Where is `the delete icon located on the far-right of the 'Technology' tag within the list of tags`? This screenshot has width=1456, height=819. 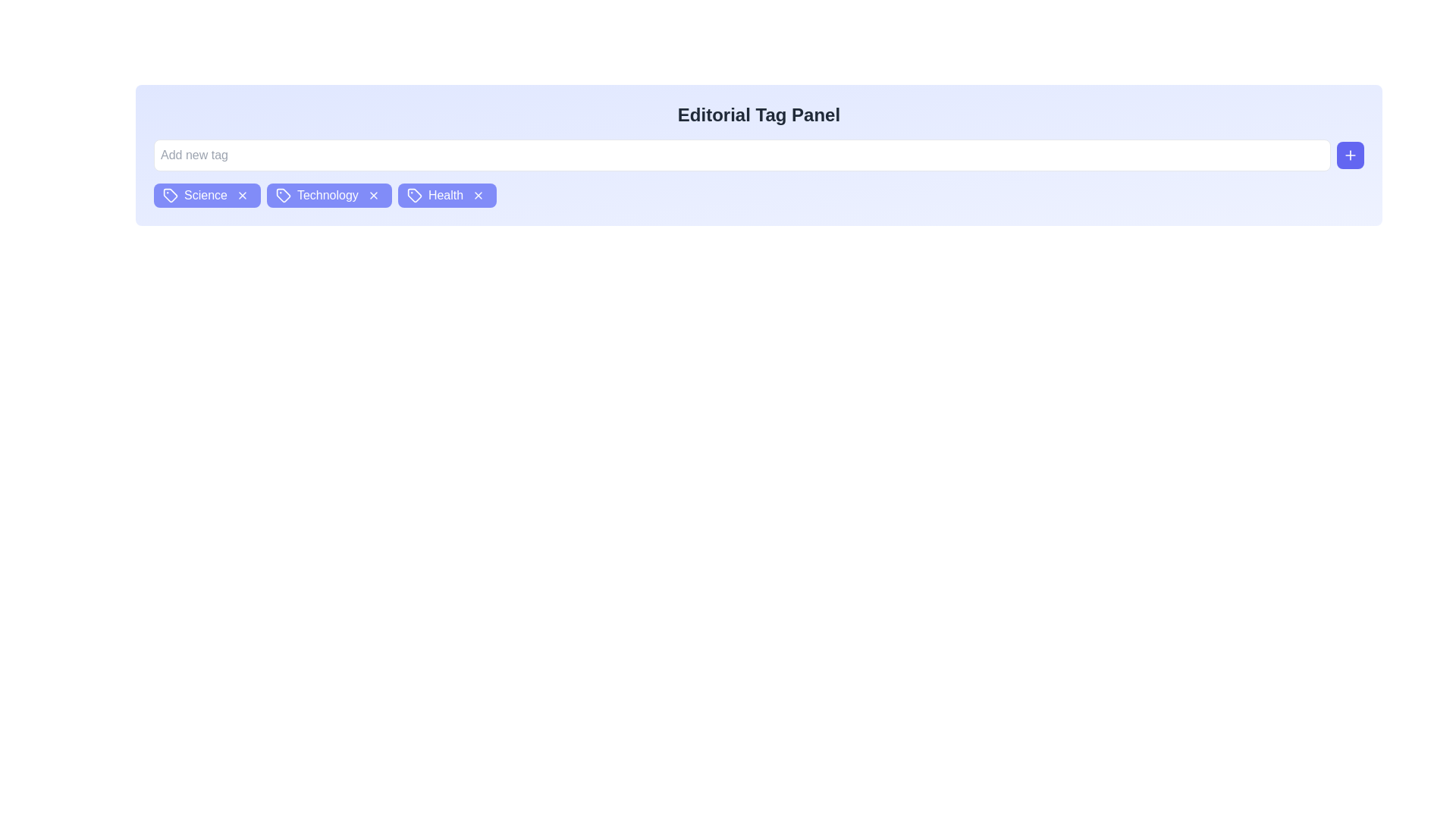
the delete icon located on the far-right of the 'Technology' tag within the list of tags is located at coordinates (373, 195).